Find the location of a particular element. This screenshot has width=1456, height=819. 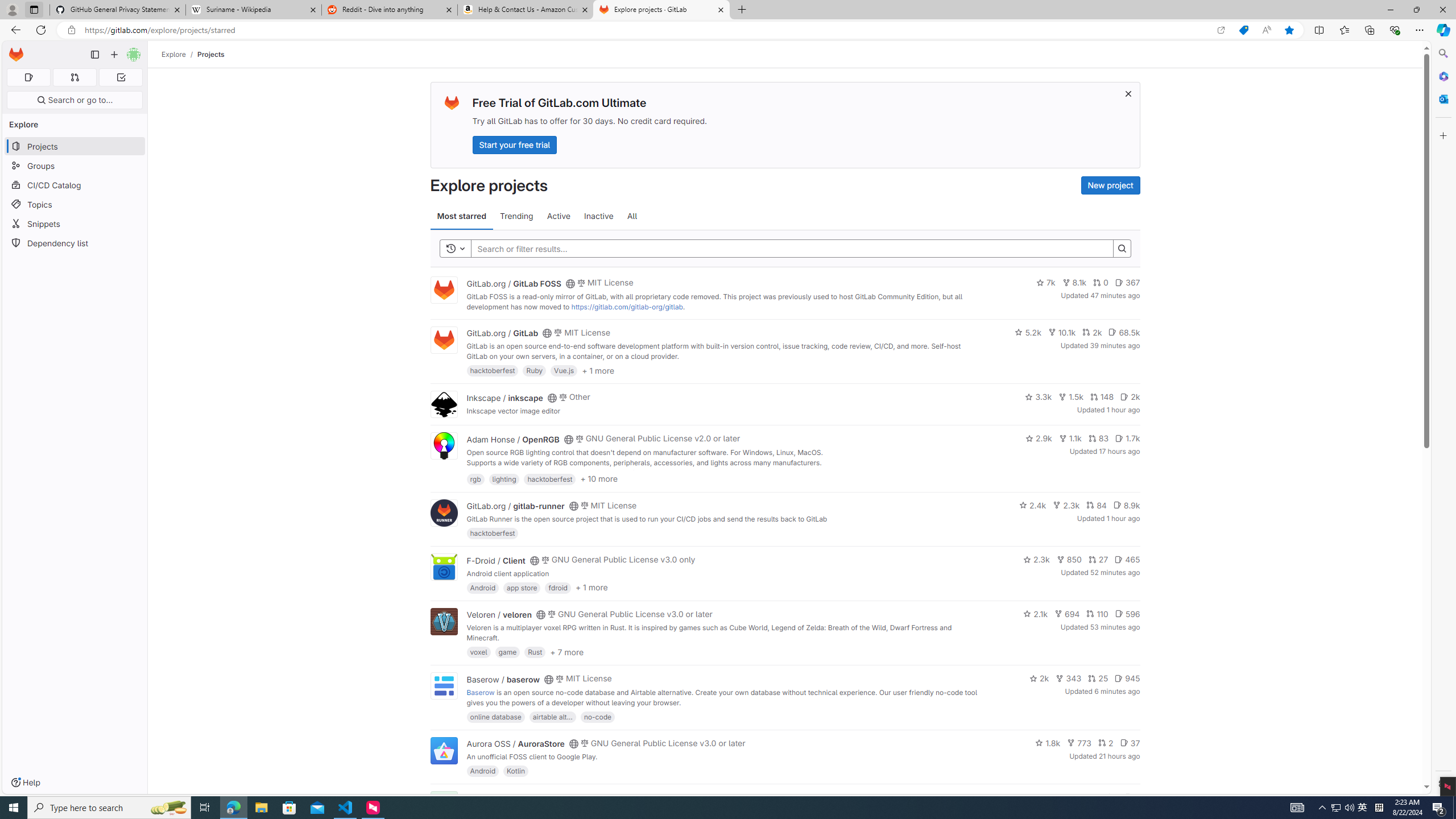

'airtable alt...' is located at coordinates (552, 716).